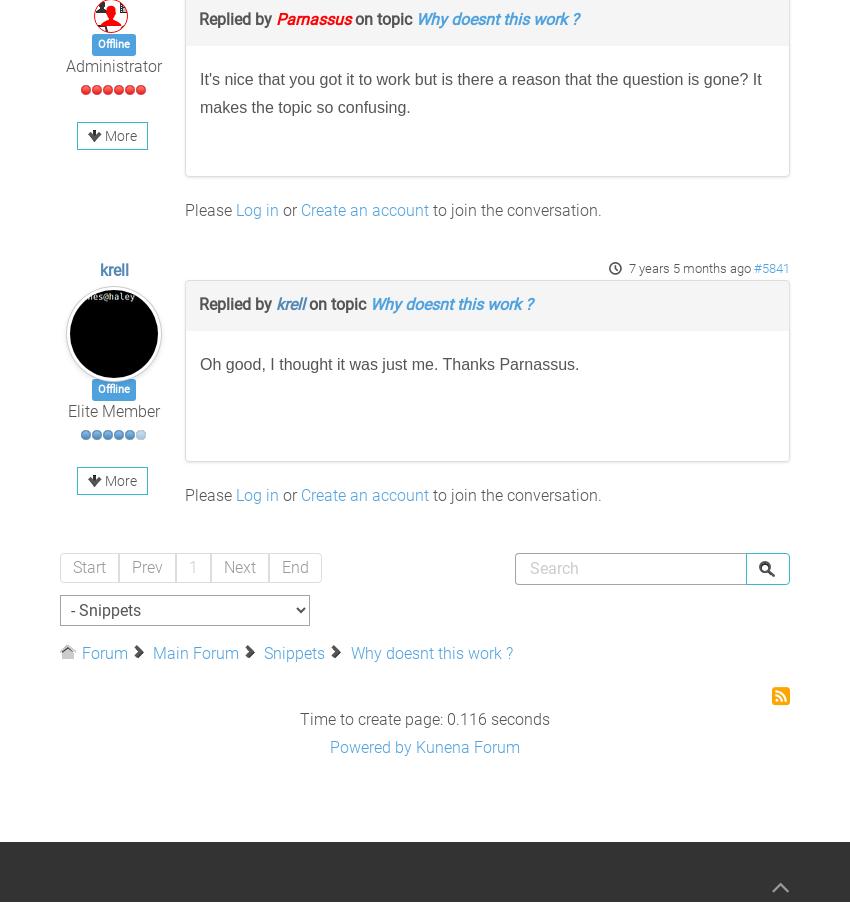 This screenshot has height=903, width=850. What do you see at coordinates (425, 719) in the screenshot?
I see `'Time to create page: 0.116 seconds'` at bounding box center [425, 719].